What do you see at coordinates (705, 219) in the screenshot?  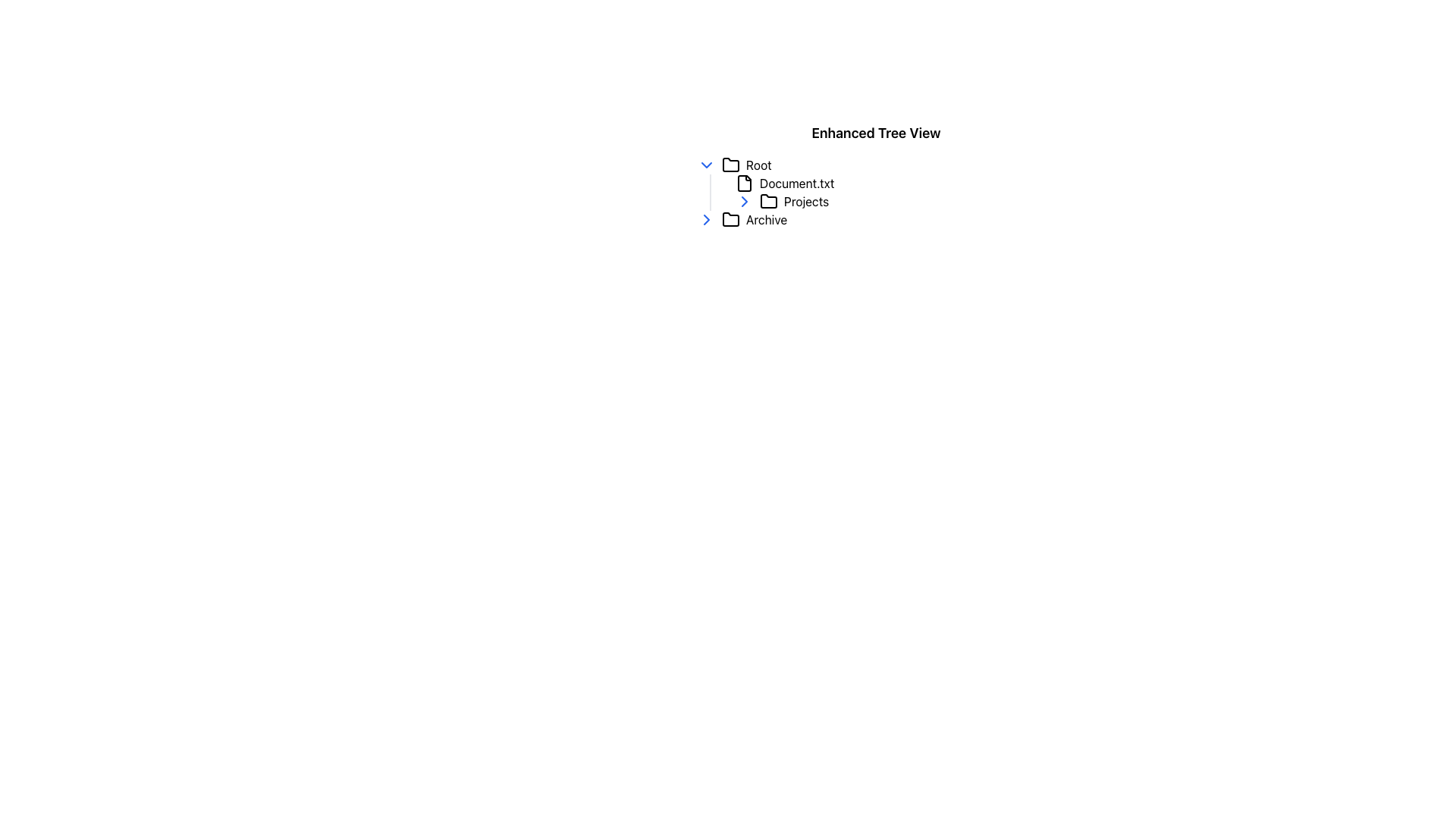 I see `the right-pointing blue chevron icon located to the left of the word 'Archive' to trigger its hover state` at bounding box center [705, 219].